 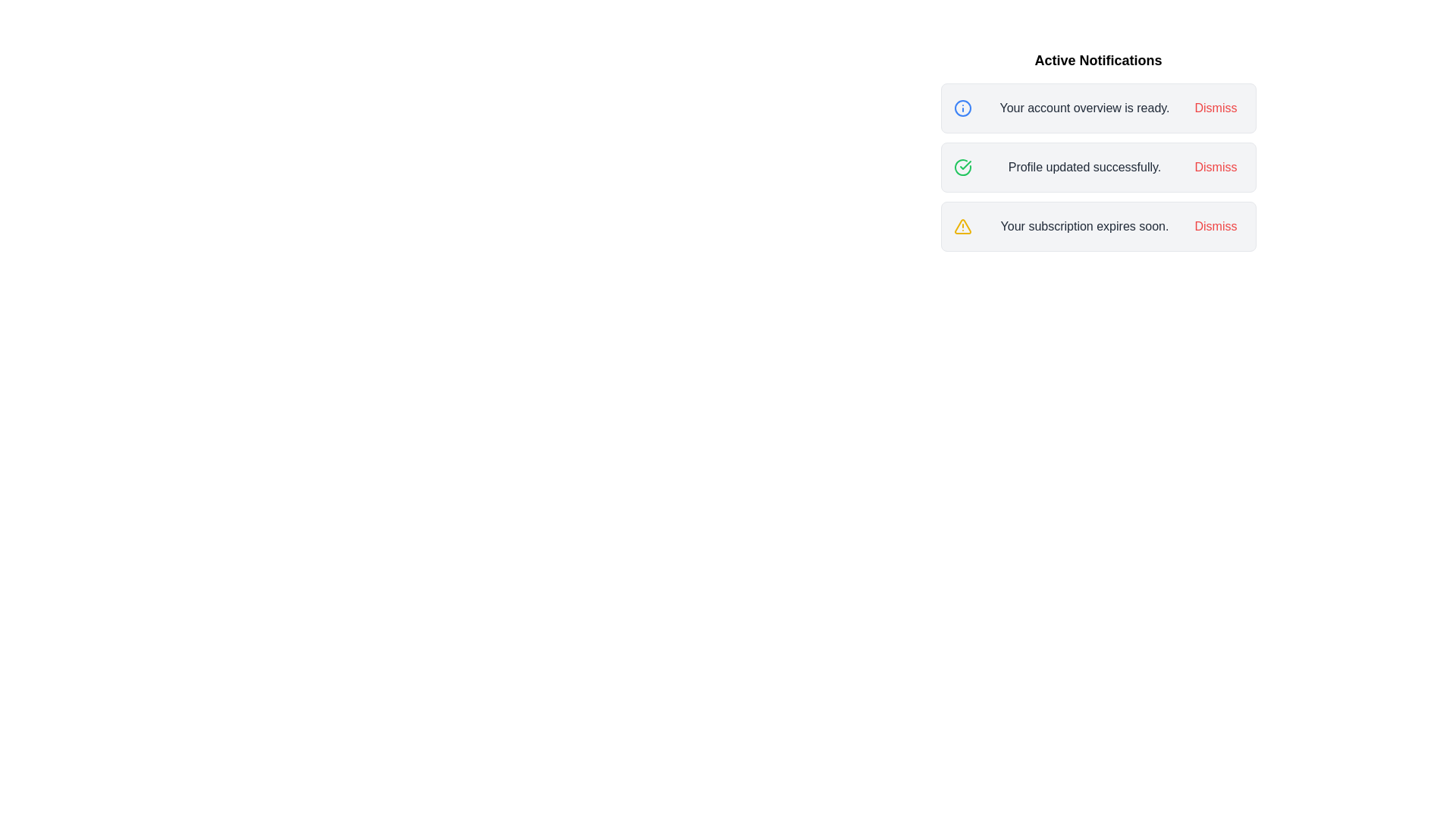 I want to click on 'Dismiss' button for the notification 'Profile updated successfully.', so click(x=1216, y=167).